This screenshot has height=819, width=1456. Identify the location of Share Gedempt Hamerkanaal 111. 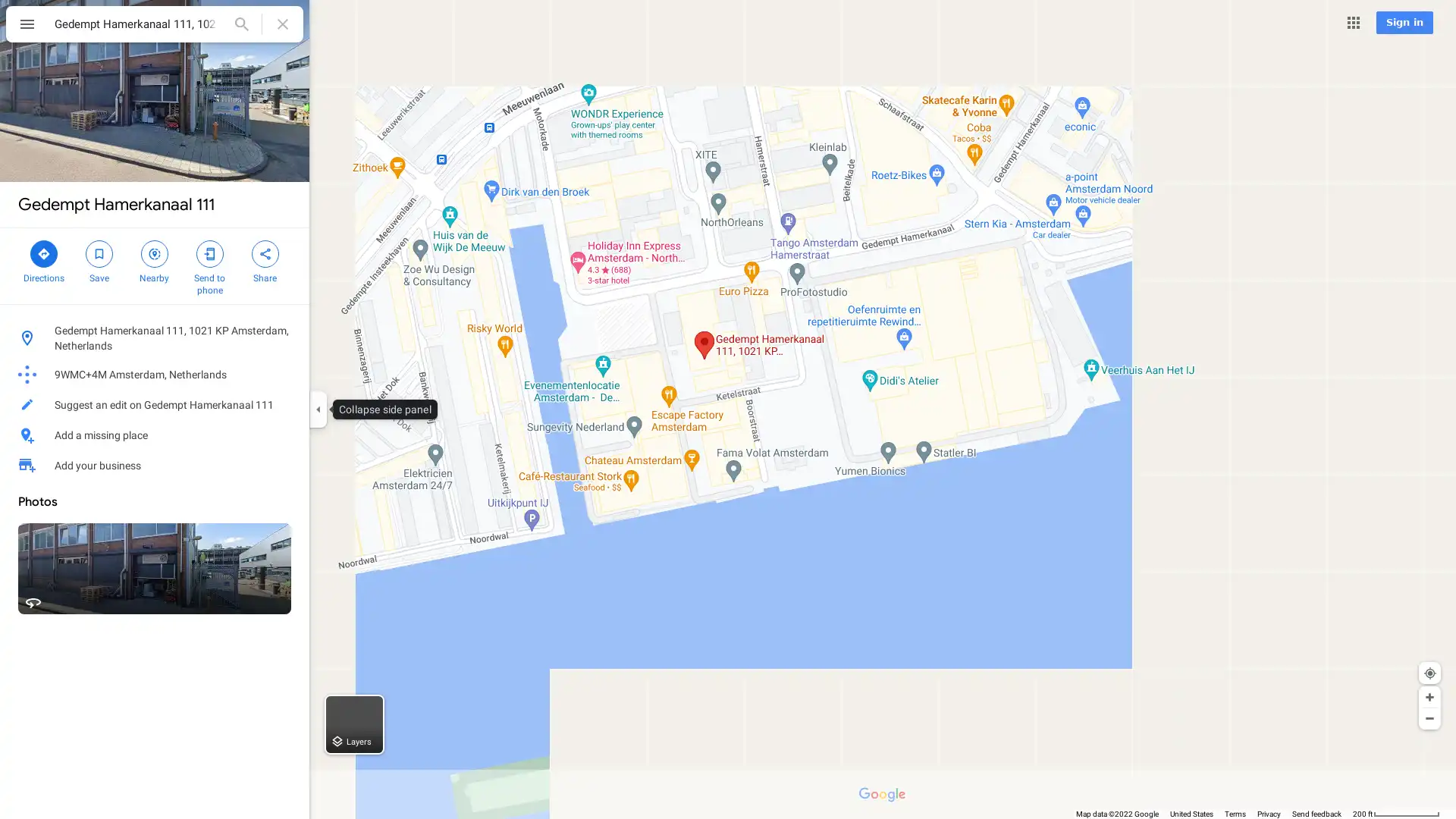
(265, 259).